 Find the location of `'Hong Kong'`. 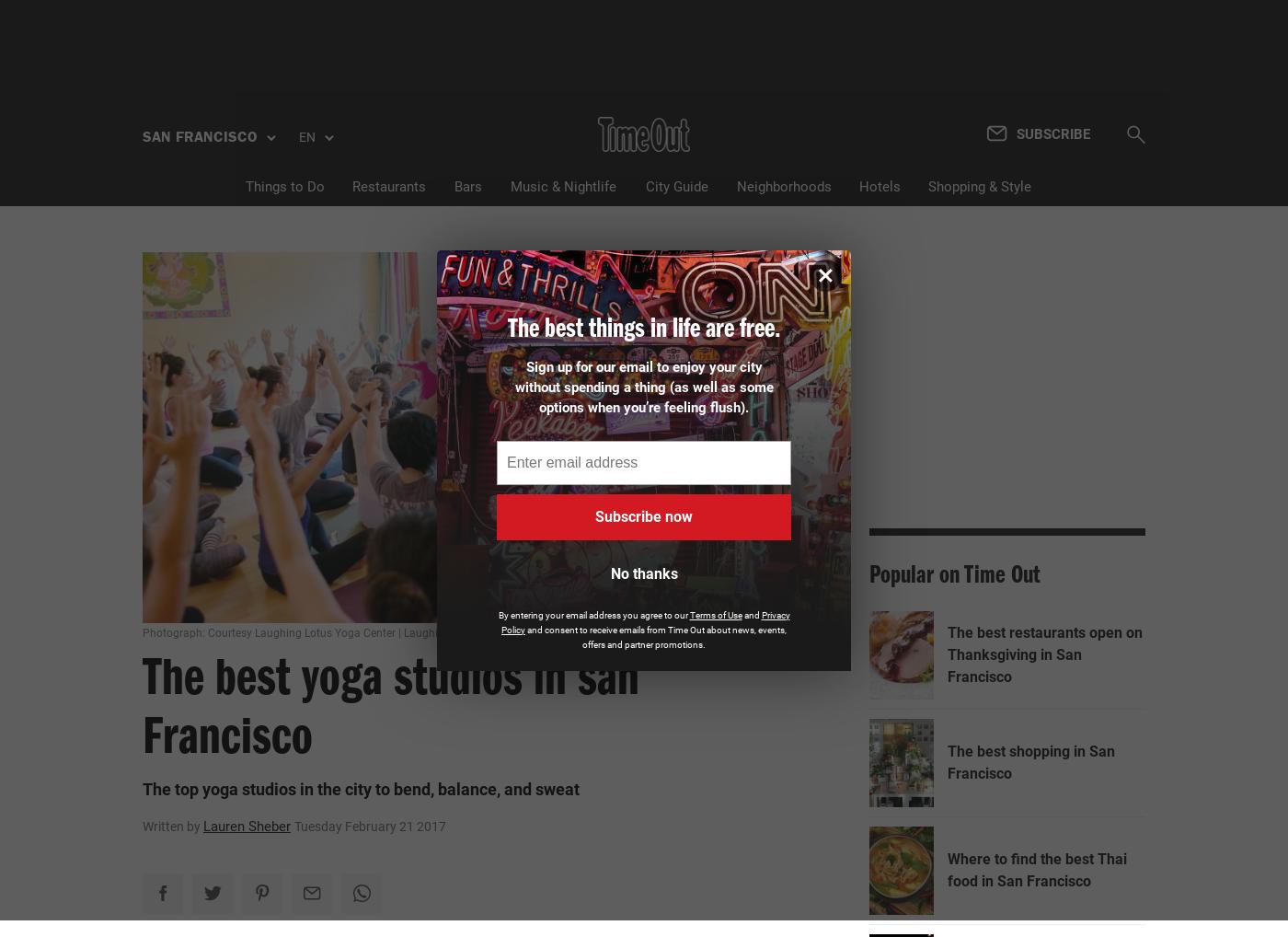

'Hong Kong' is located at coordinates (206, 391).